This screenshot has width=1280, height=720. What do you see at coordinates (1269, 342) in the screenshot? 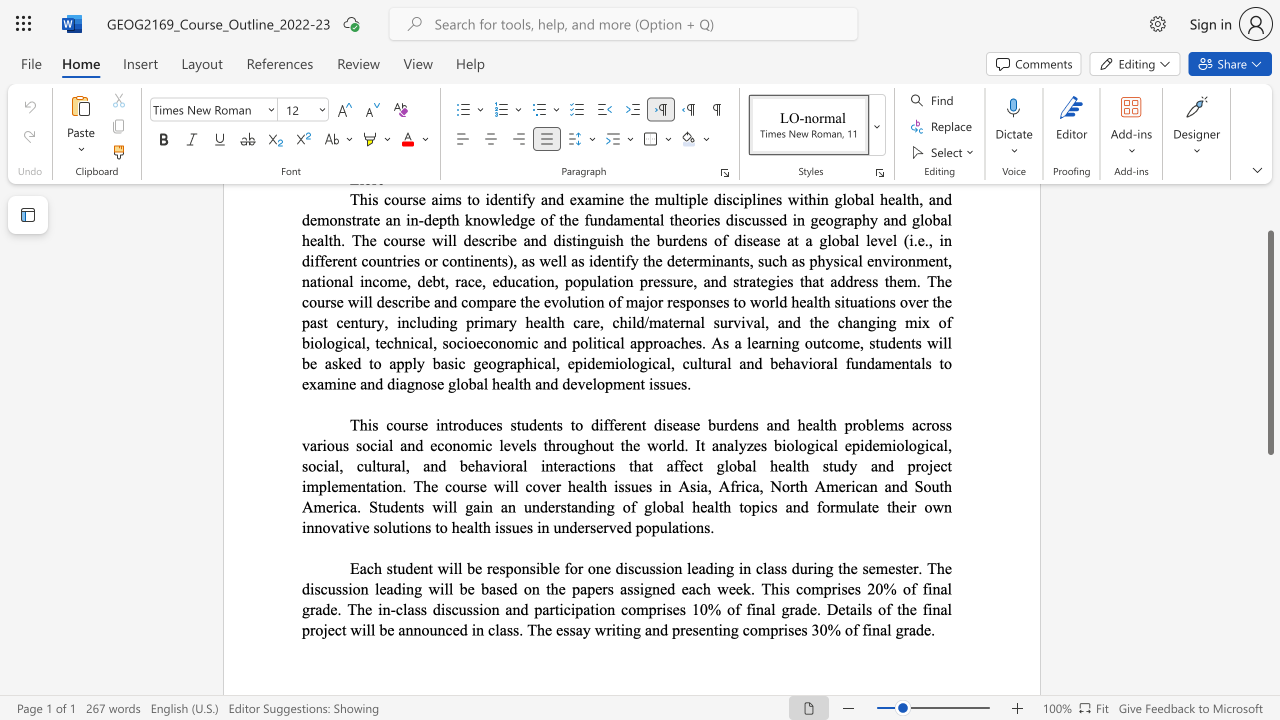
I see `the scrollbar and move up 70 pixels` at bounding box center [1269, 342].